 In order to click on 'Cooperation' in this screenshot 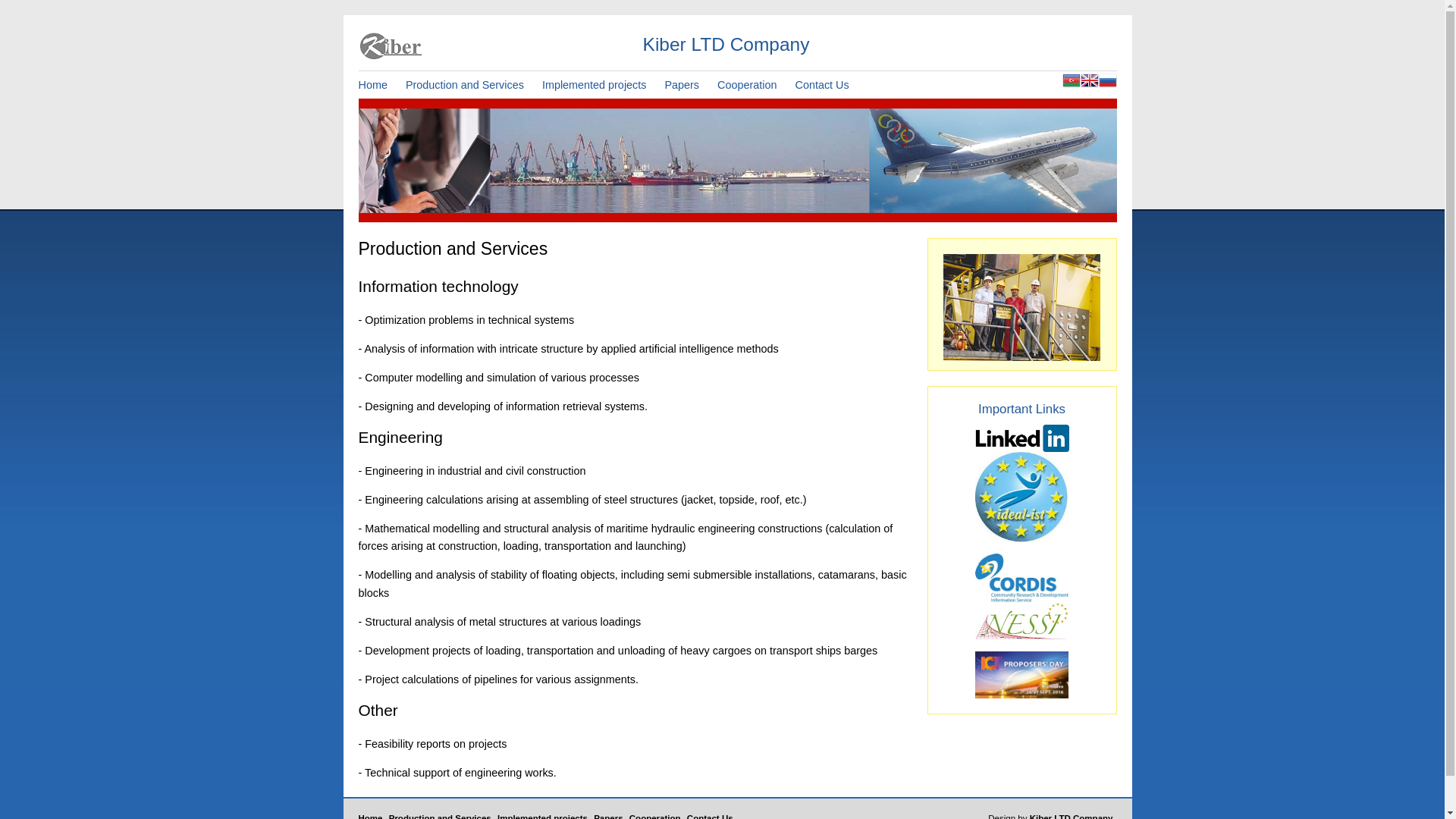, I will do `click(754, 84)`.